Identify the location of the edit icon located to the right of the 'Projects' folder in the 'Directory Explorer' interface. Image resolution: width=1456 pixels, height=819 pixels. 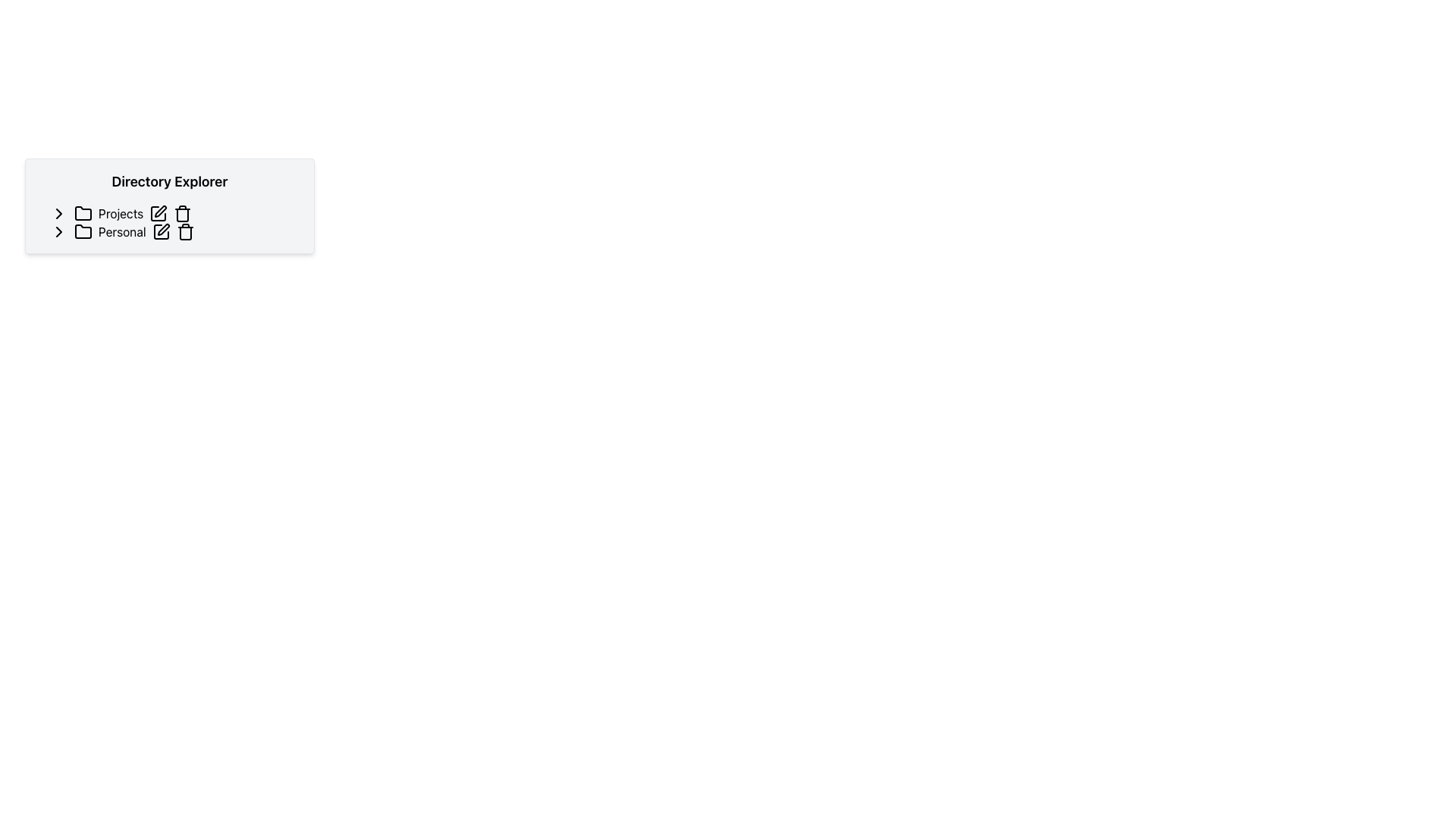
(161, 211).